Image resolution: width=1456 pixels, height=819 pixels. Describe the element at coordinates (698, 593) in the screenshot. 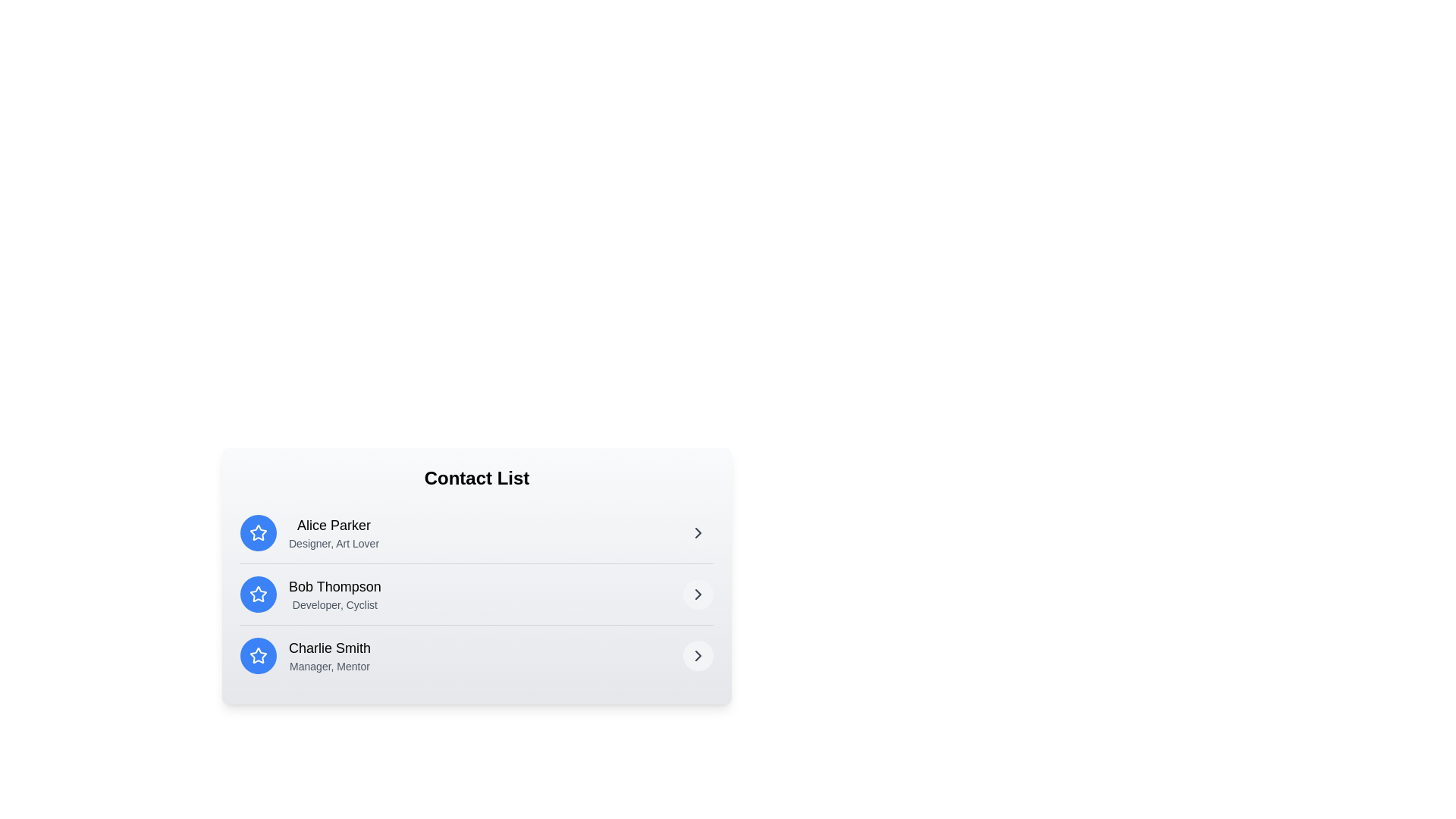

I see `the right arrow button for the contact Bob Thompson` at that location.